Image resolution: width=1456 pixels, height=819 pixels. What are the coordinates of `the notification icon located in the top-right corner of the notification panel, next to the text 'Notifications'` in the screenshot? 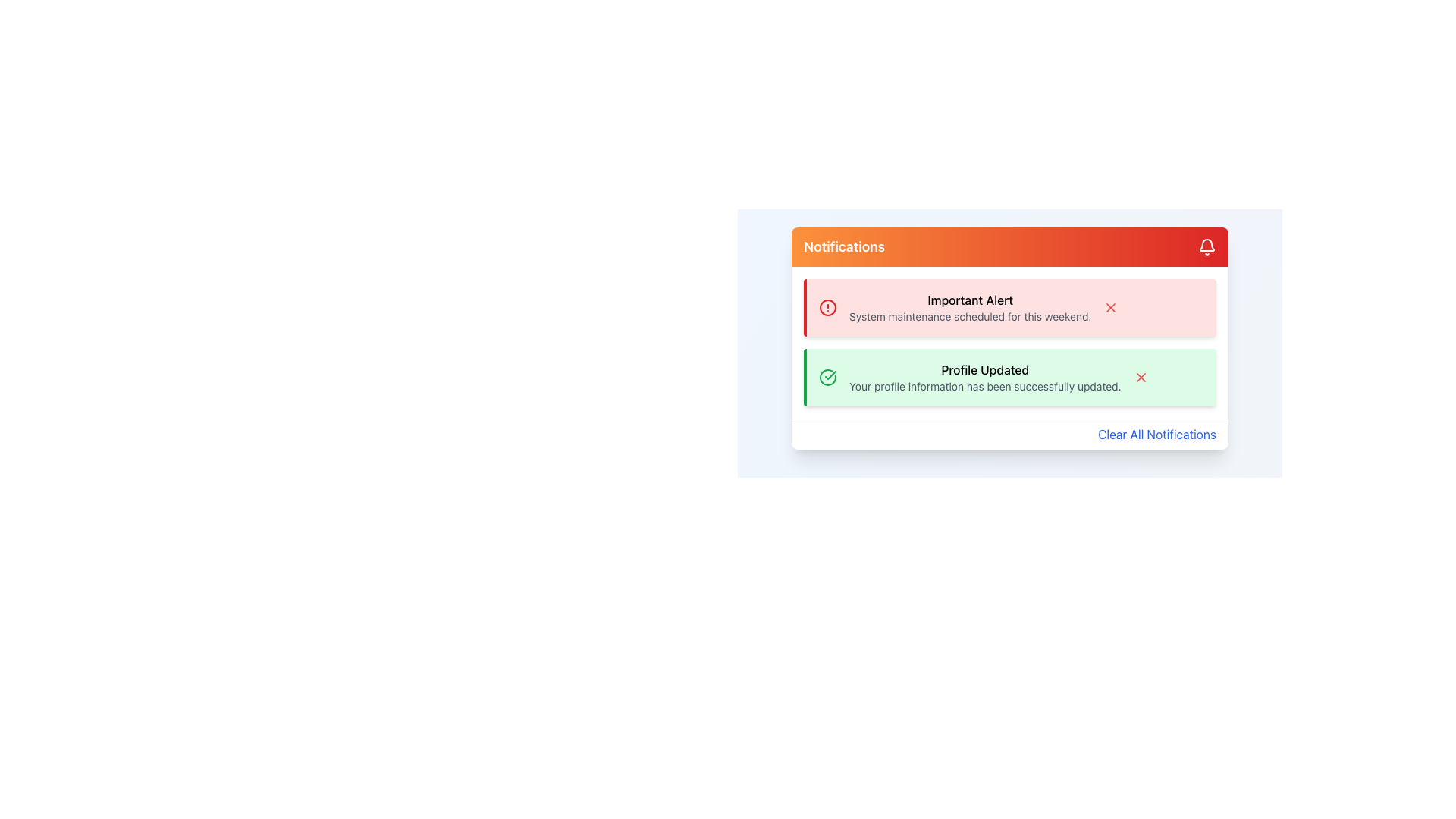 It's located at (1207, 246).